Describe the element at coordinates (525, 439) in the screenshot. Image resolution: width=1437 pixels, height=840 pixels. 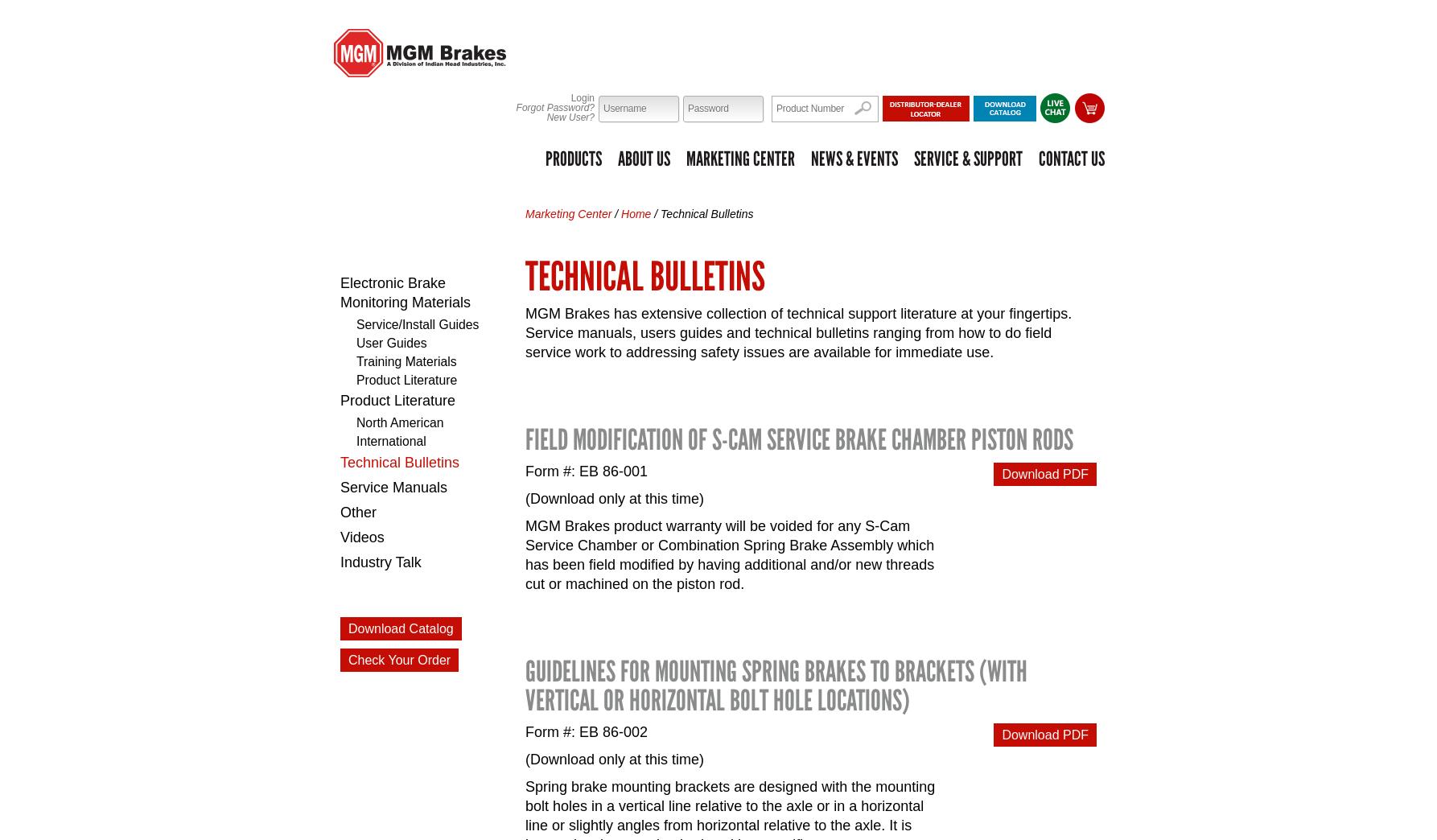
I see `'Field Modification of S-Cam Service Brake Chamber Piston Rods'` at that location.